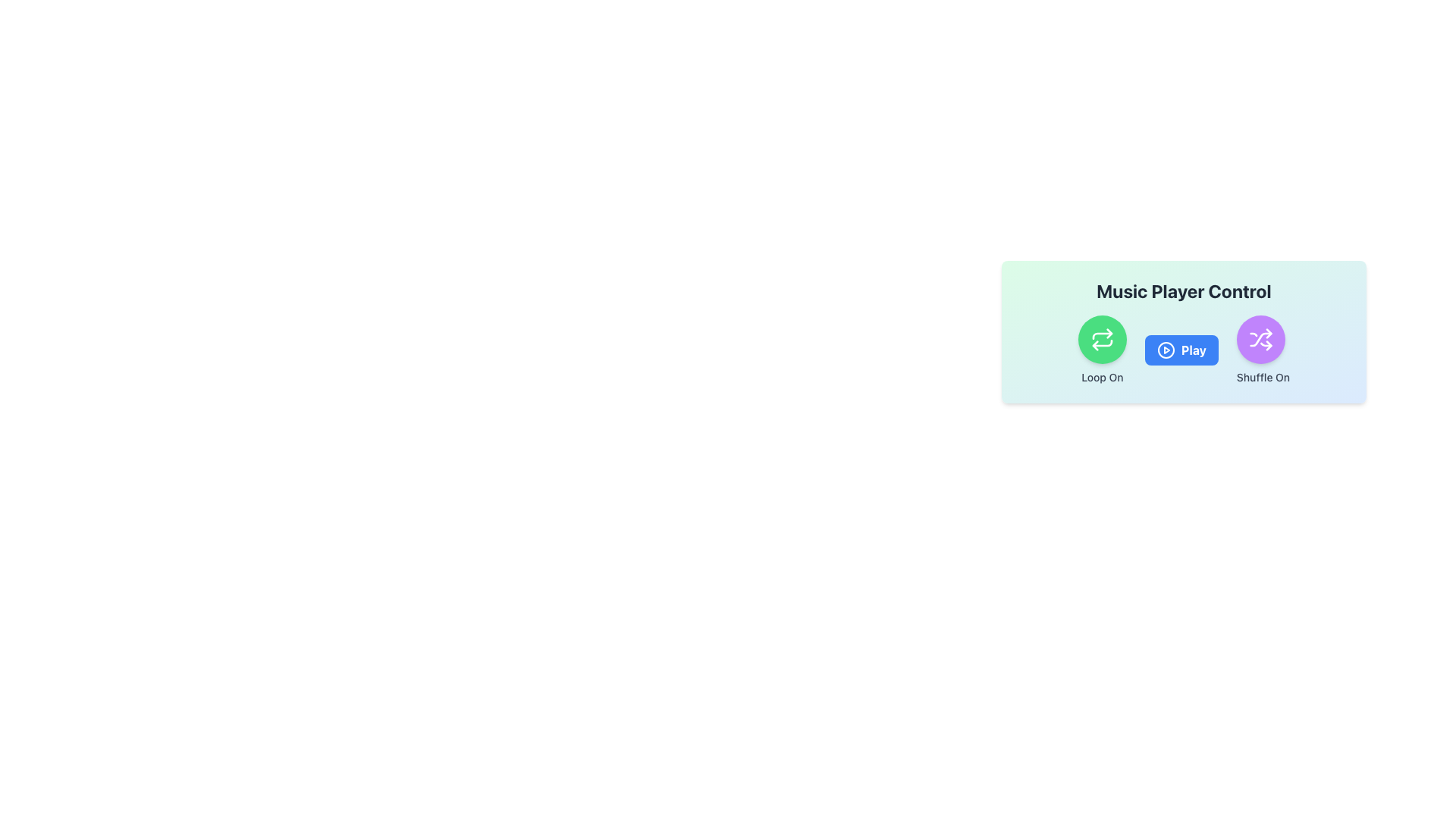 The width and height of the screenshot is (1456, 819). What do you see at coordinates (1183, 350) in the screenshot?
I see `the 'Play' button with a blue background containing a play symbol` at bounding box center [1183, 350].